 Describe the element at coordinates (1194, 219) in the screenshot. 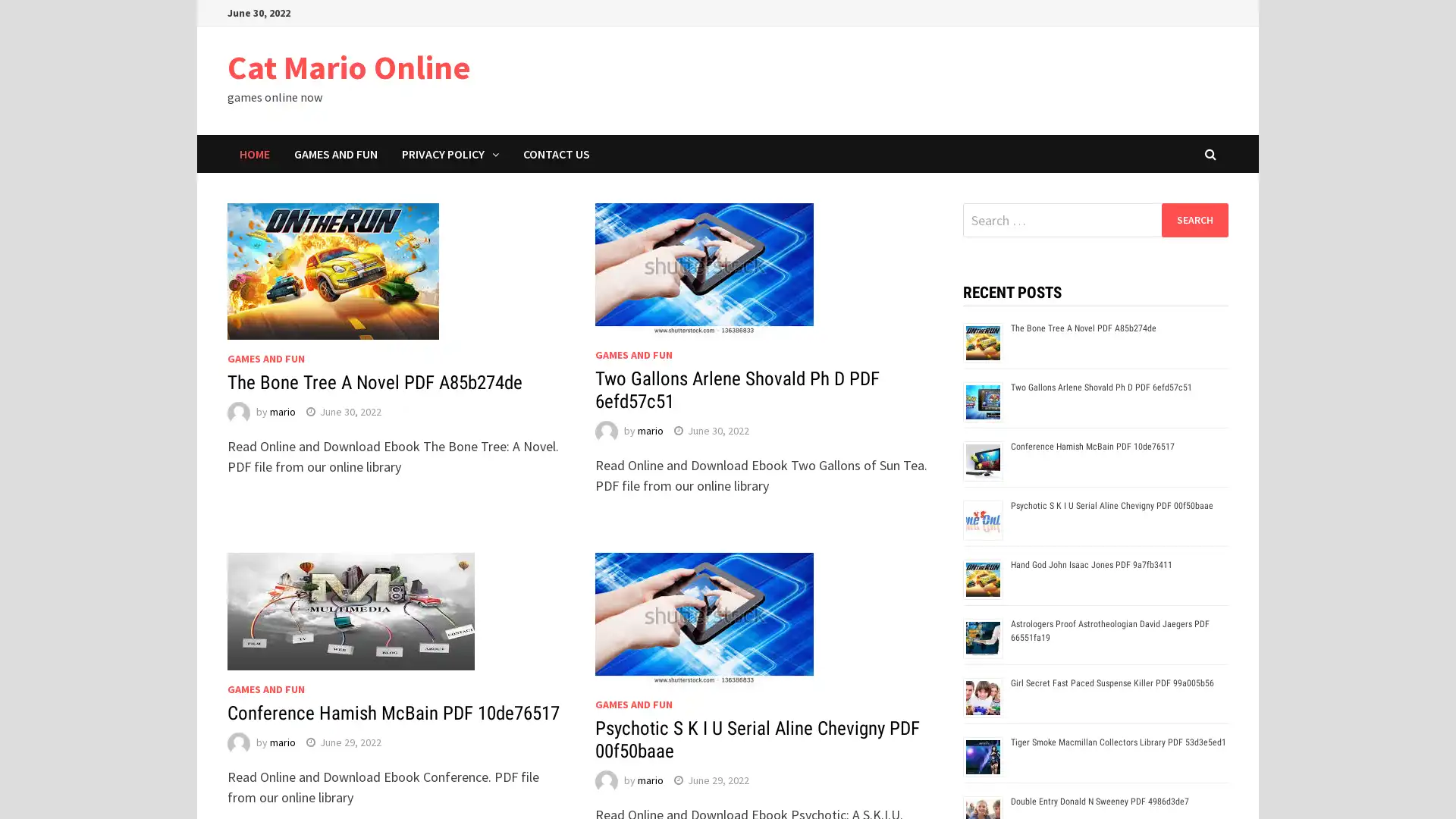

I see `Search` at that location.